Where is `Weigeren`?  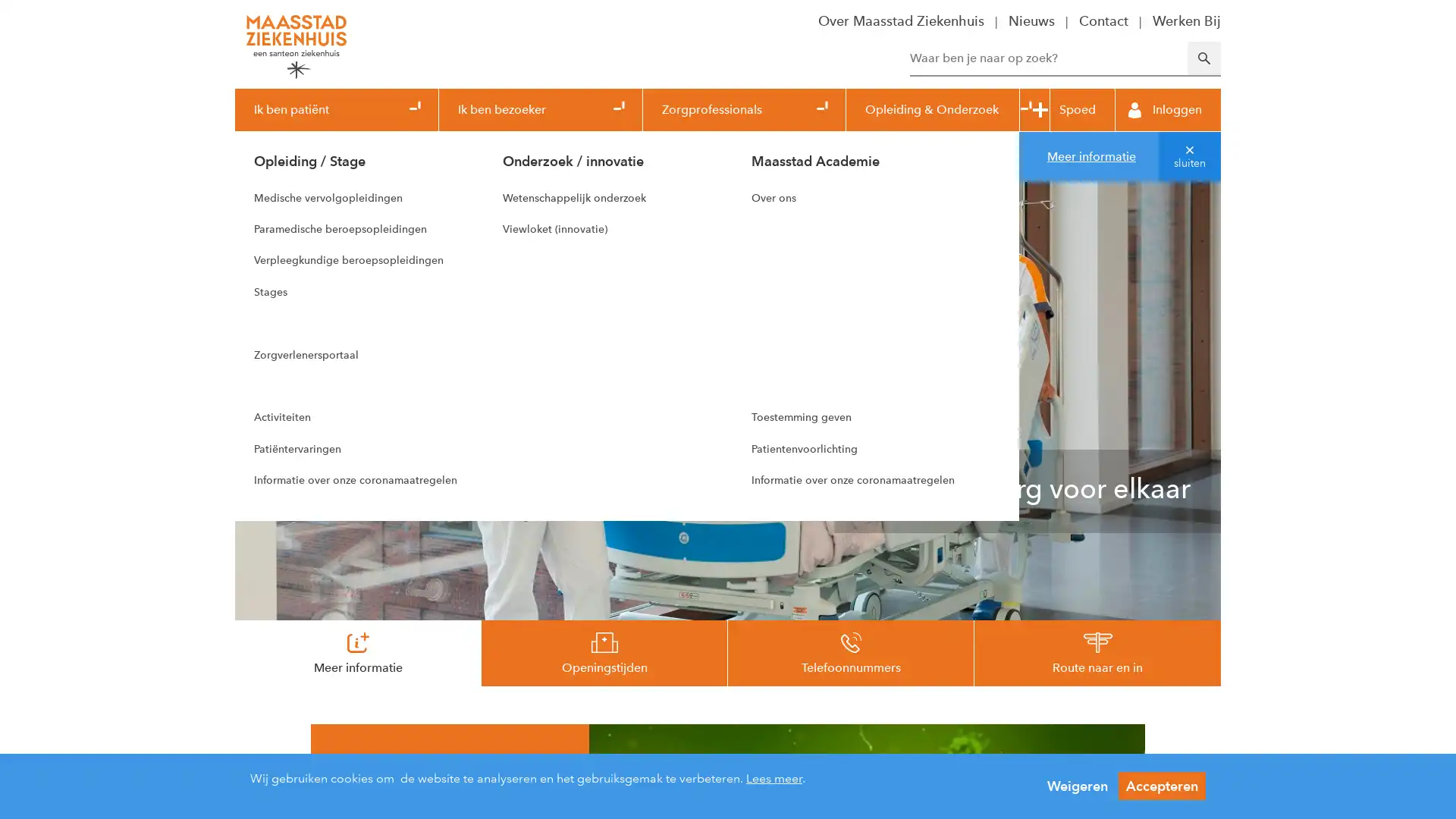
Weigeren is located at coordinates (1076, 785).